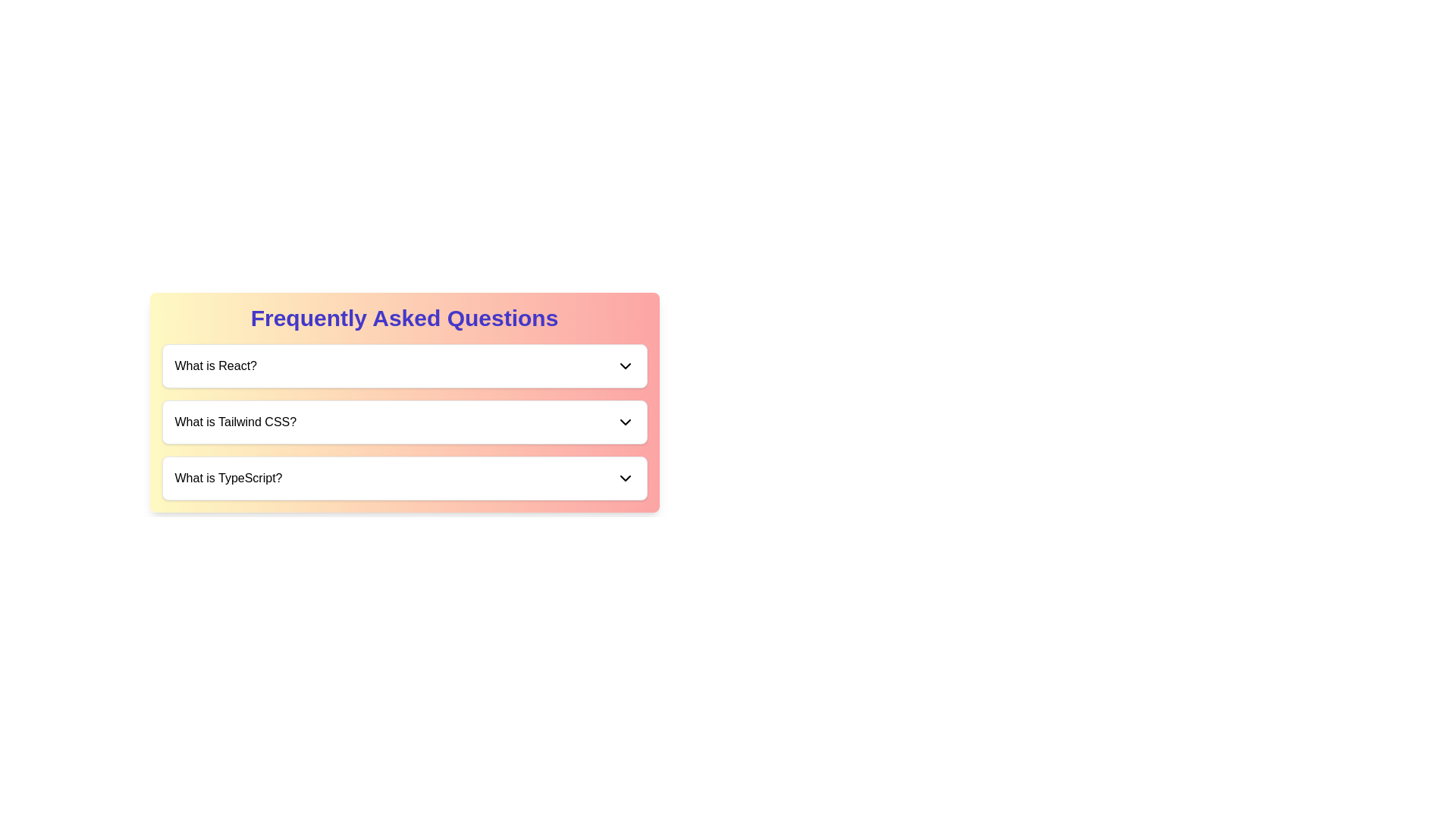 The width and height of the screenshot is (1456, 819). What do you see at coordinates (404, 479) in the screenshot?
I see `the Accordion Header that contains the text 'What is TypeScript?'` at bounding box center [404, 479].